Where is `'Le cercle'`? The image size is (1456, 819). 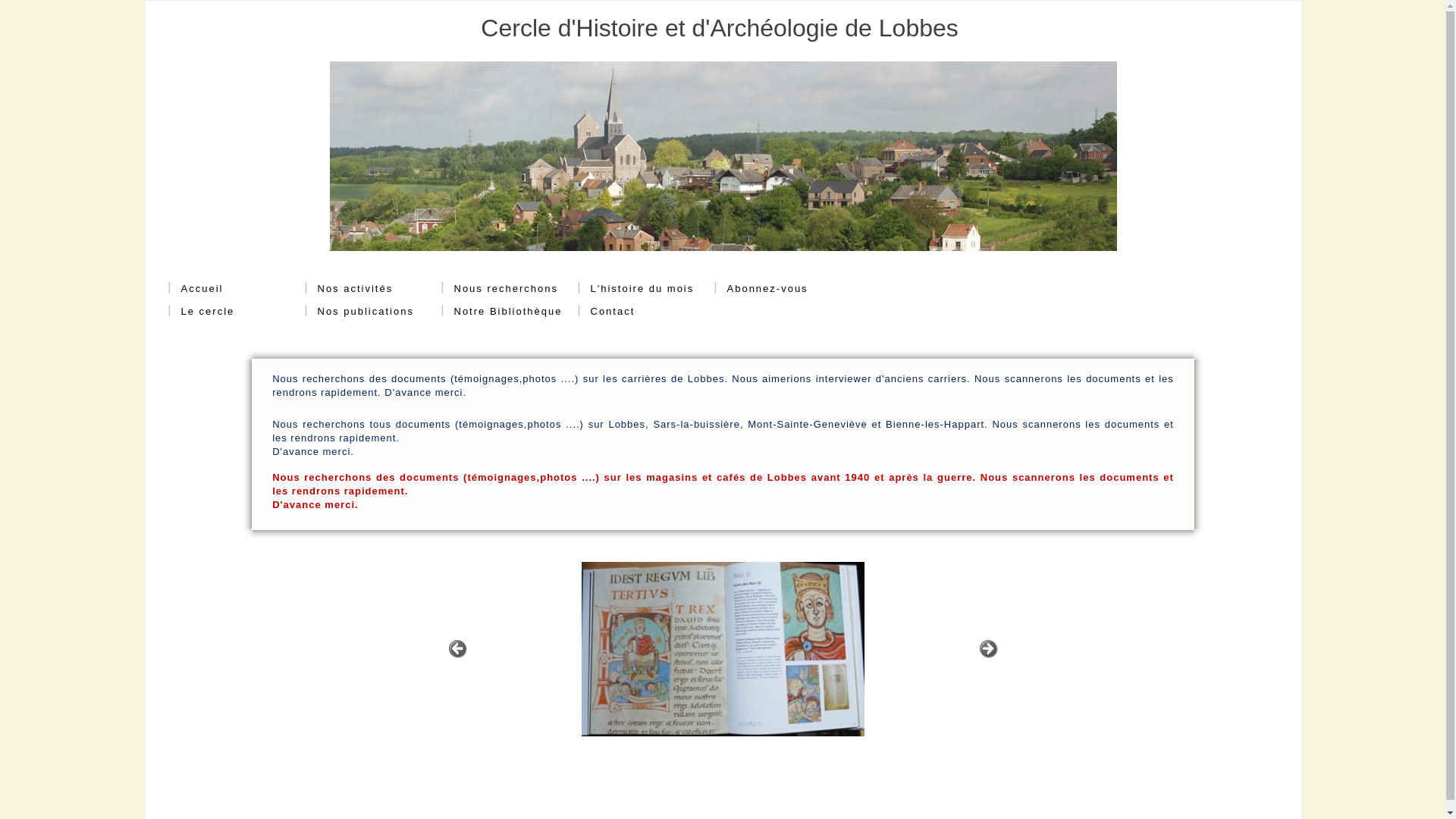
'Le cercle' is located at coordinates (206, 311).